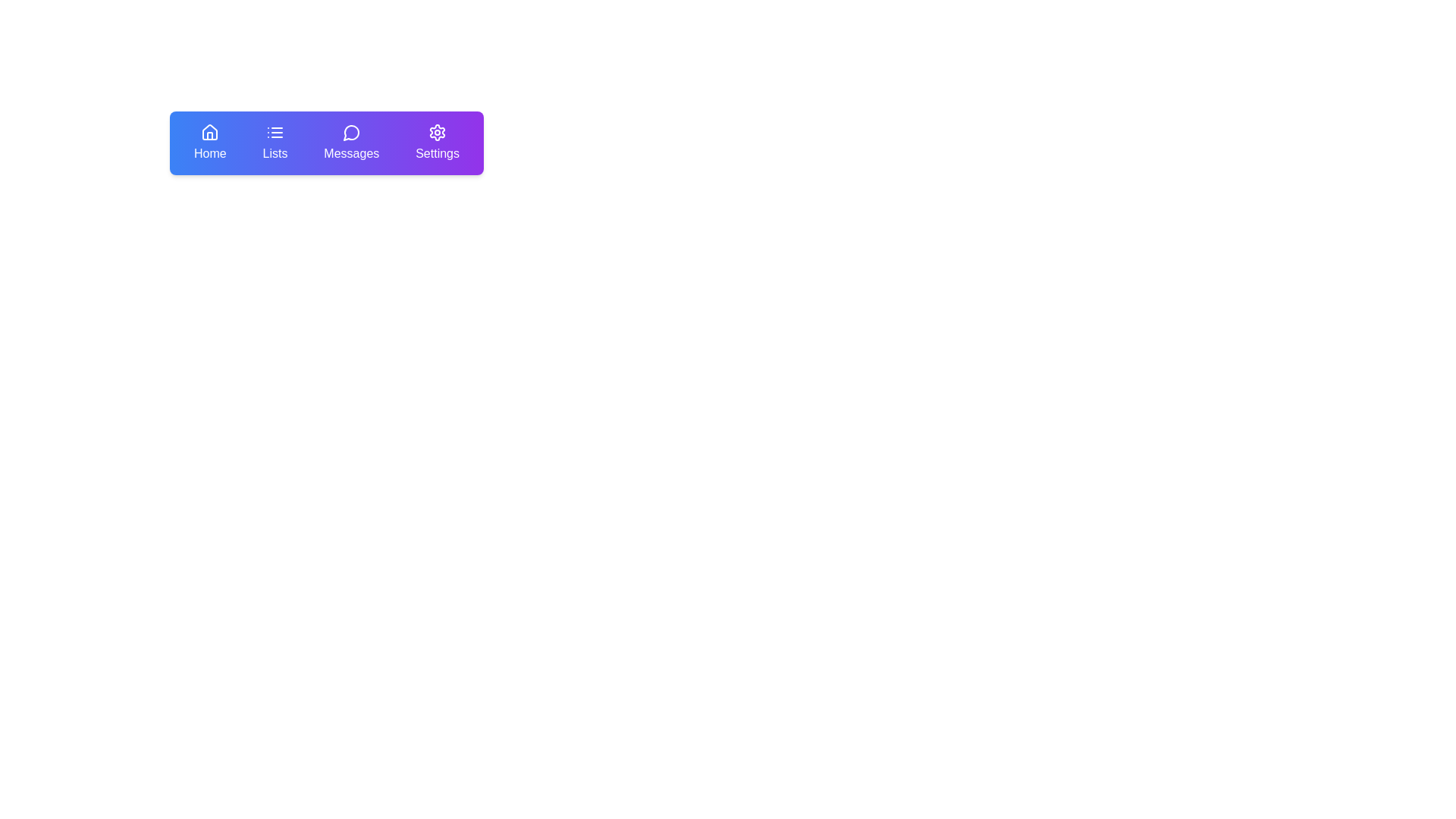  Describe the element at coordinates (350, 143) in the screenshot. I see `the 'Messages' menu item in the navigation bar` at that location.